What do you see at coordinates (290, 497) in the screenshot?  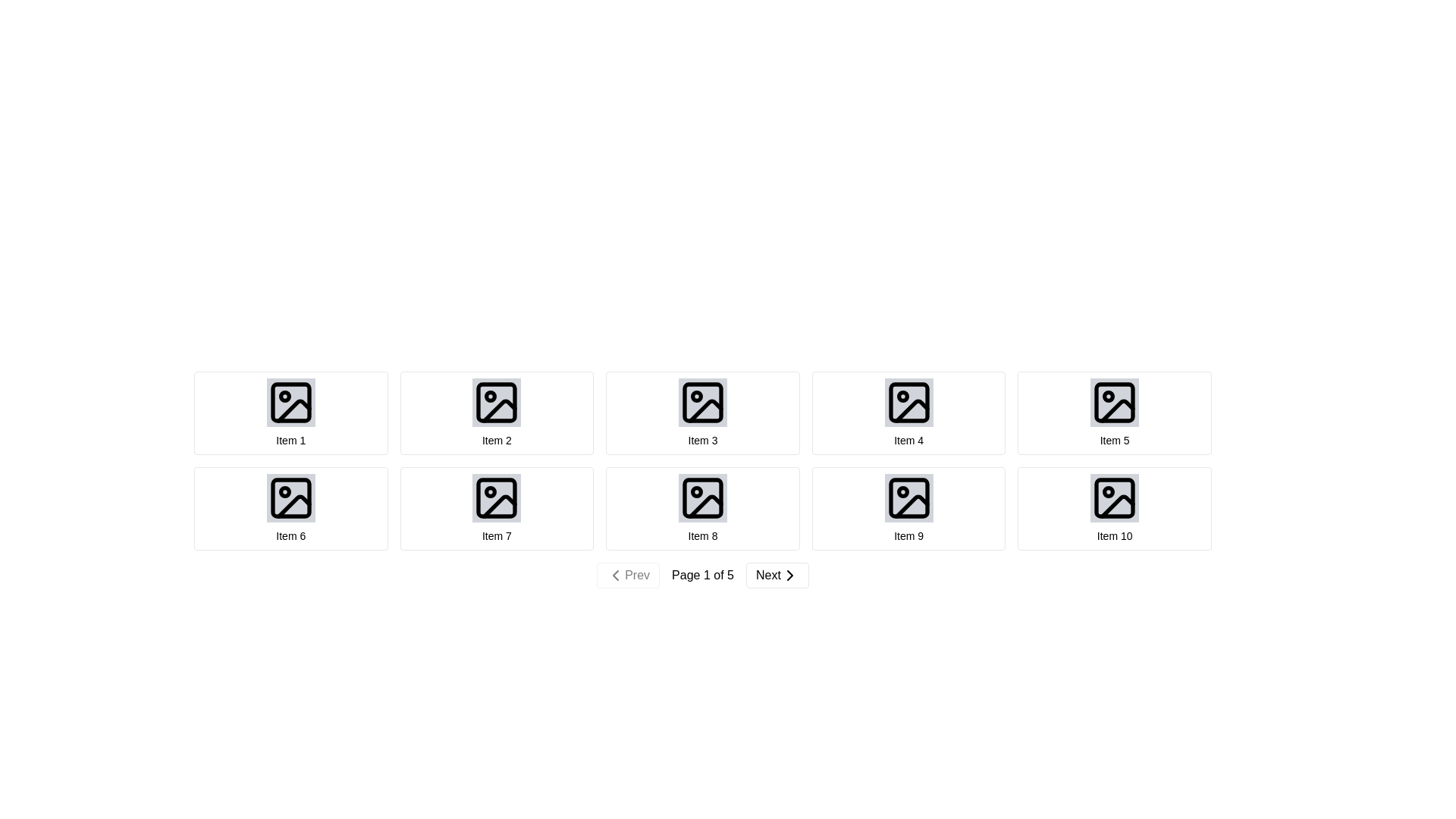 I see `the image icon located in the 'Item 6' cell of the grid, situated in the second row and first column` at bounding box center [290, 497].